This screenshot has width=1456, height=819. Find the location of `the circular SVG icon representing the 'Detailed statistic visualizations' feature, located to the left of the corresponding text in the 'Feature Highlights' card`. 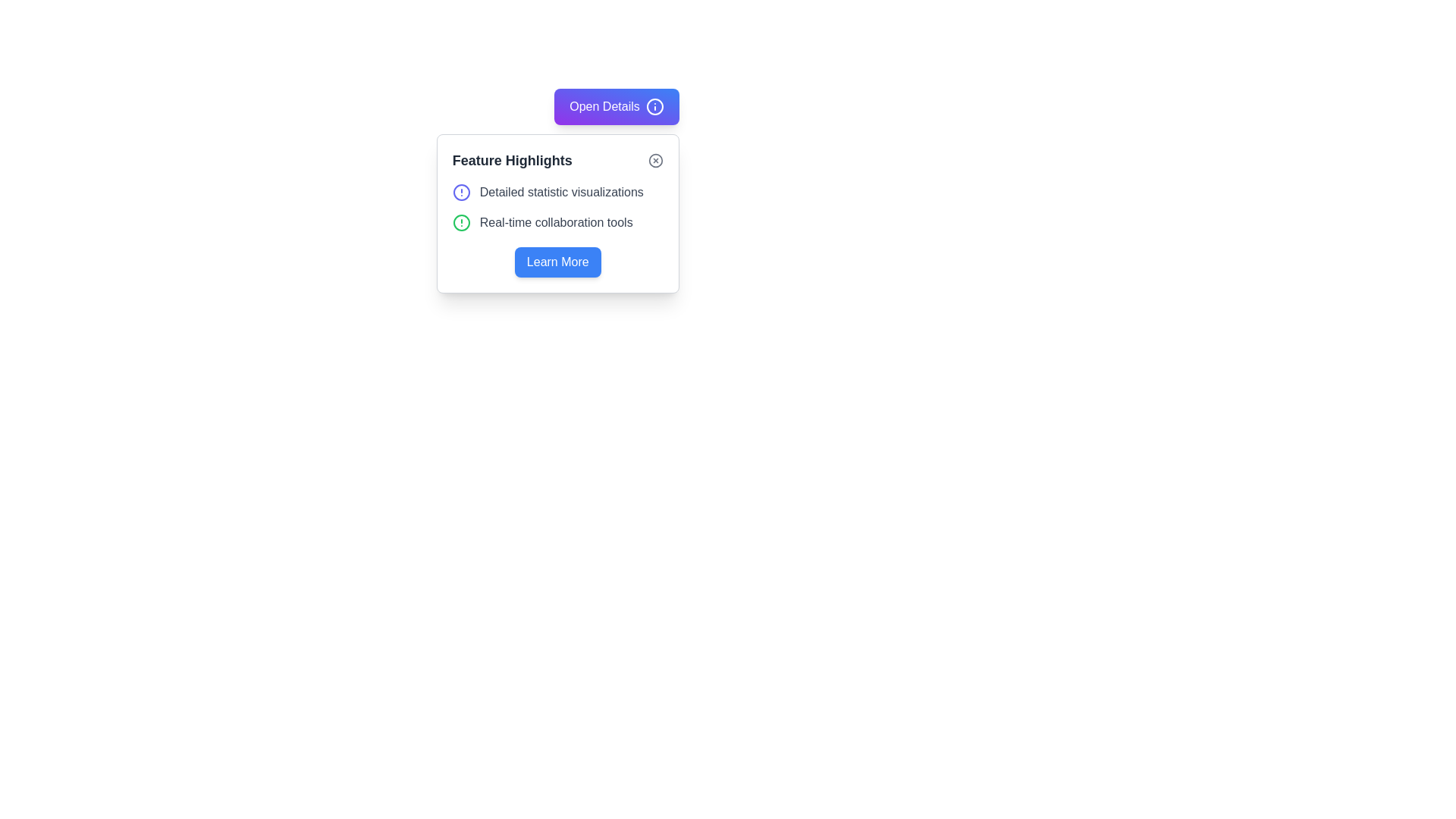

the circular SVG icon representing the 'Detailed statistic visualizations' feature, located to the left of the corresponding text in the 'Feature Highlights' card is located at coordinates (460, 192).